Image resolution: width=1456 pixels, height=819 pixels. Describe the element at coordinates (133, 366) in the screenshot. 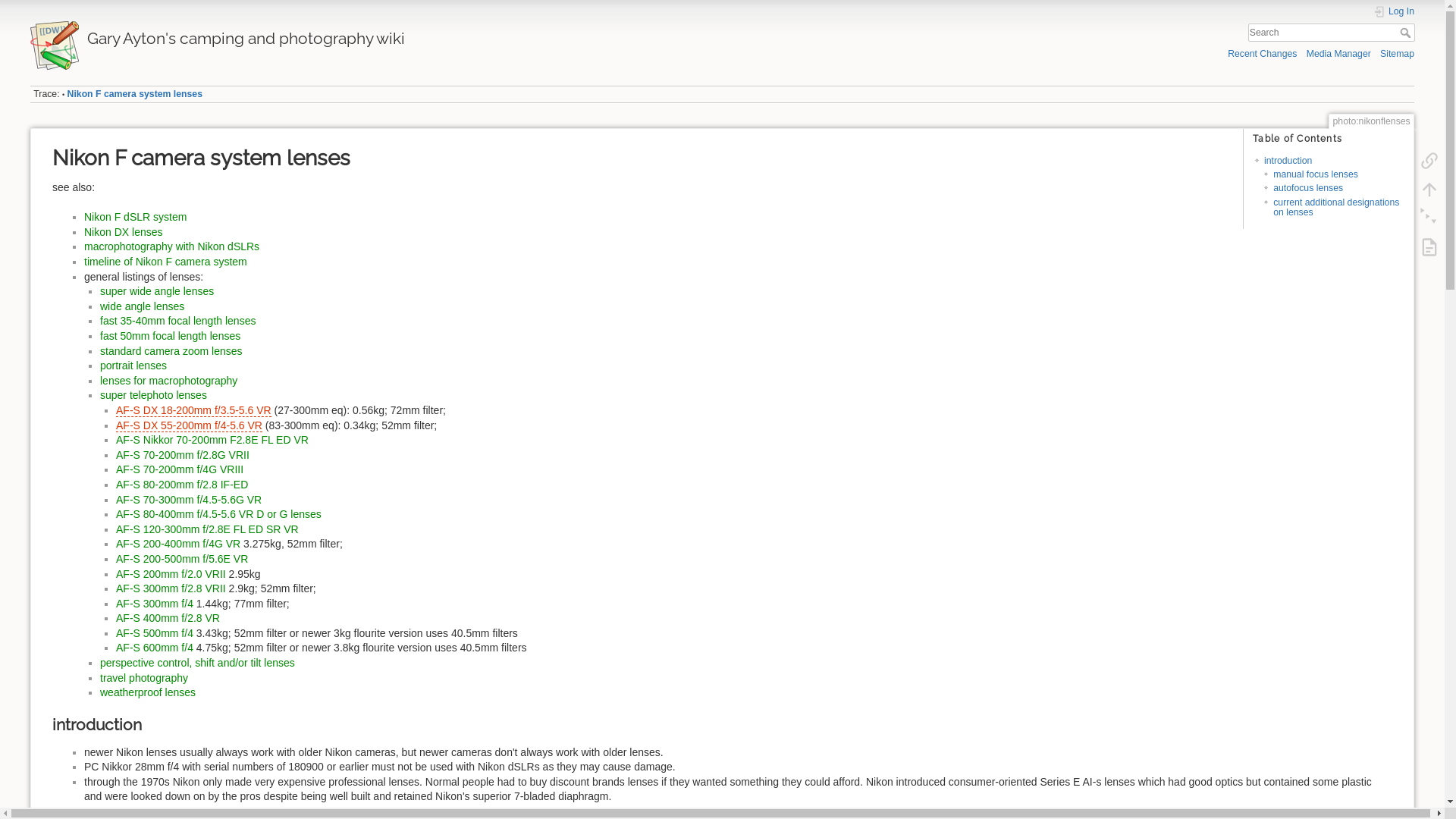

I see `'portrait lenses'` at that location.